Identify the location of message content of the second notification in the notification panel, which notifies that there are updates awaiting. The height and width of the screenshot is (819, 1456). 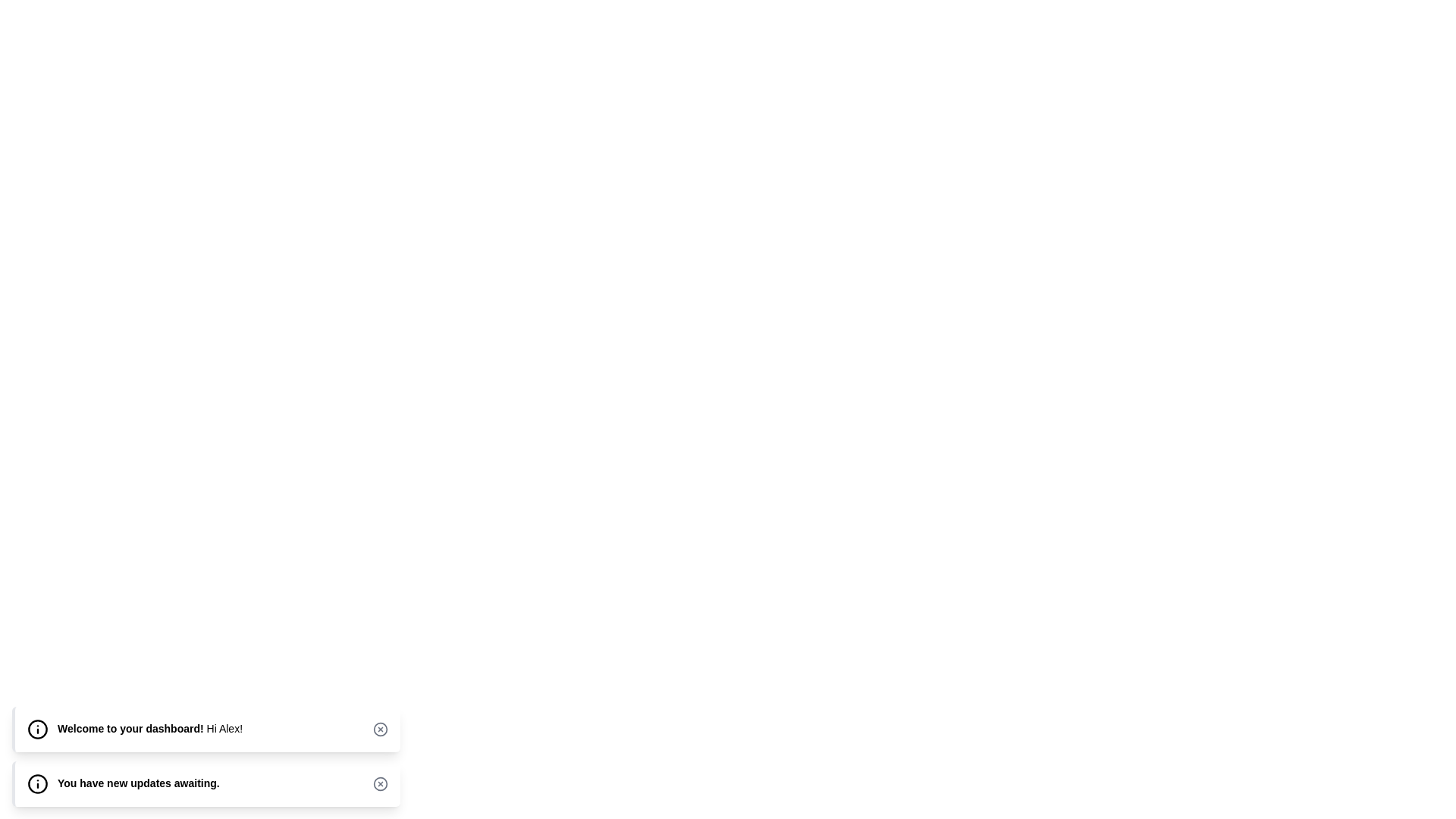
(206, 757).